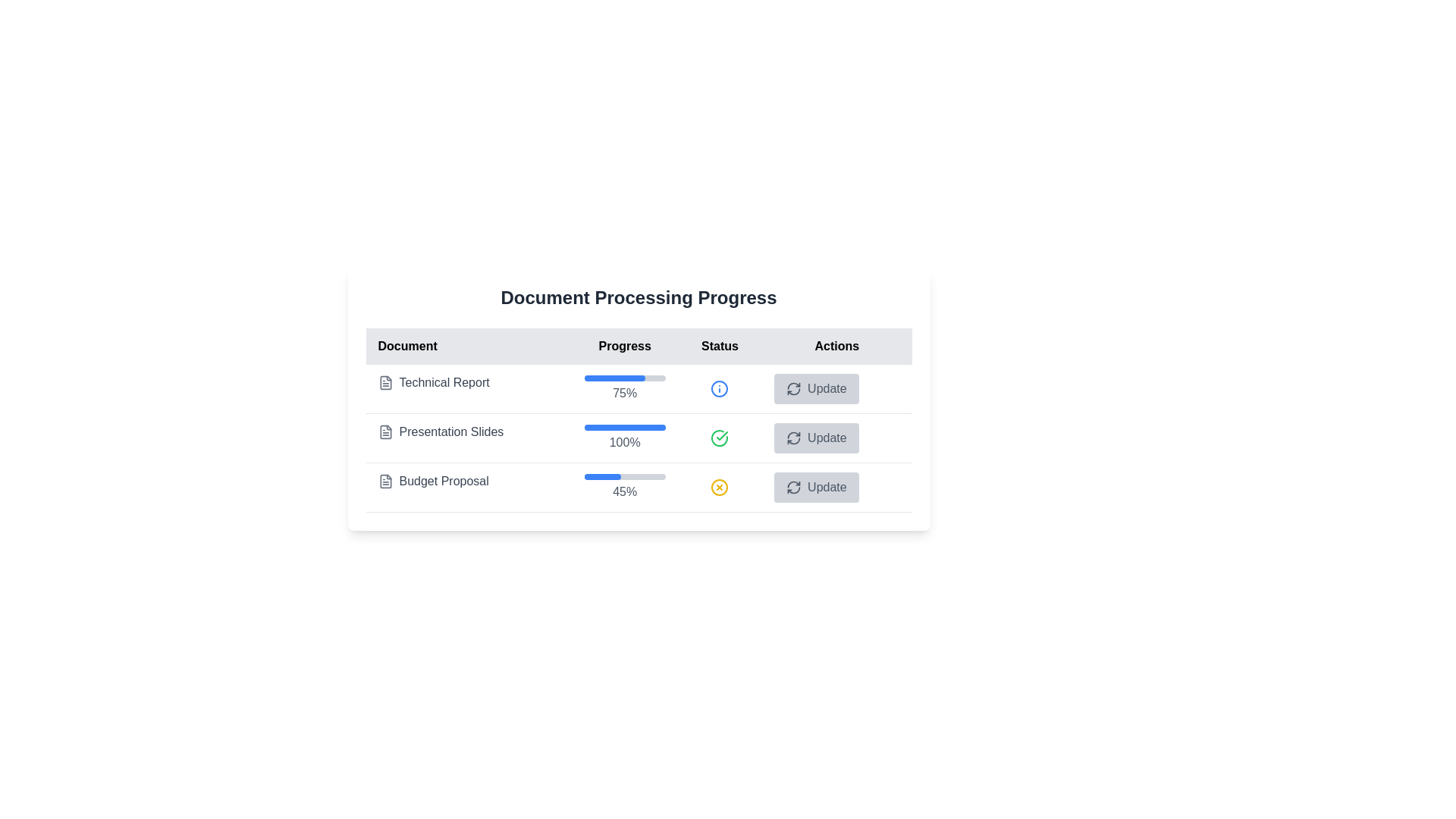 Image resolution: width=1456 pixels, height=819 pixels. I want to click on the circular icon with a yellow outline and a yellow 'X' mark in the center located in the 'Status' column of the 'Budget Proposal' row, which is the third icon from the top, so click(719, 488).